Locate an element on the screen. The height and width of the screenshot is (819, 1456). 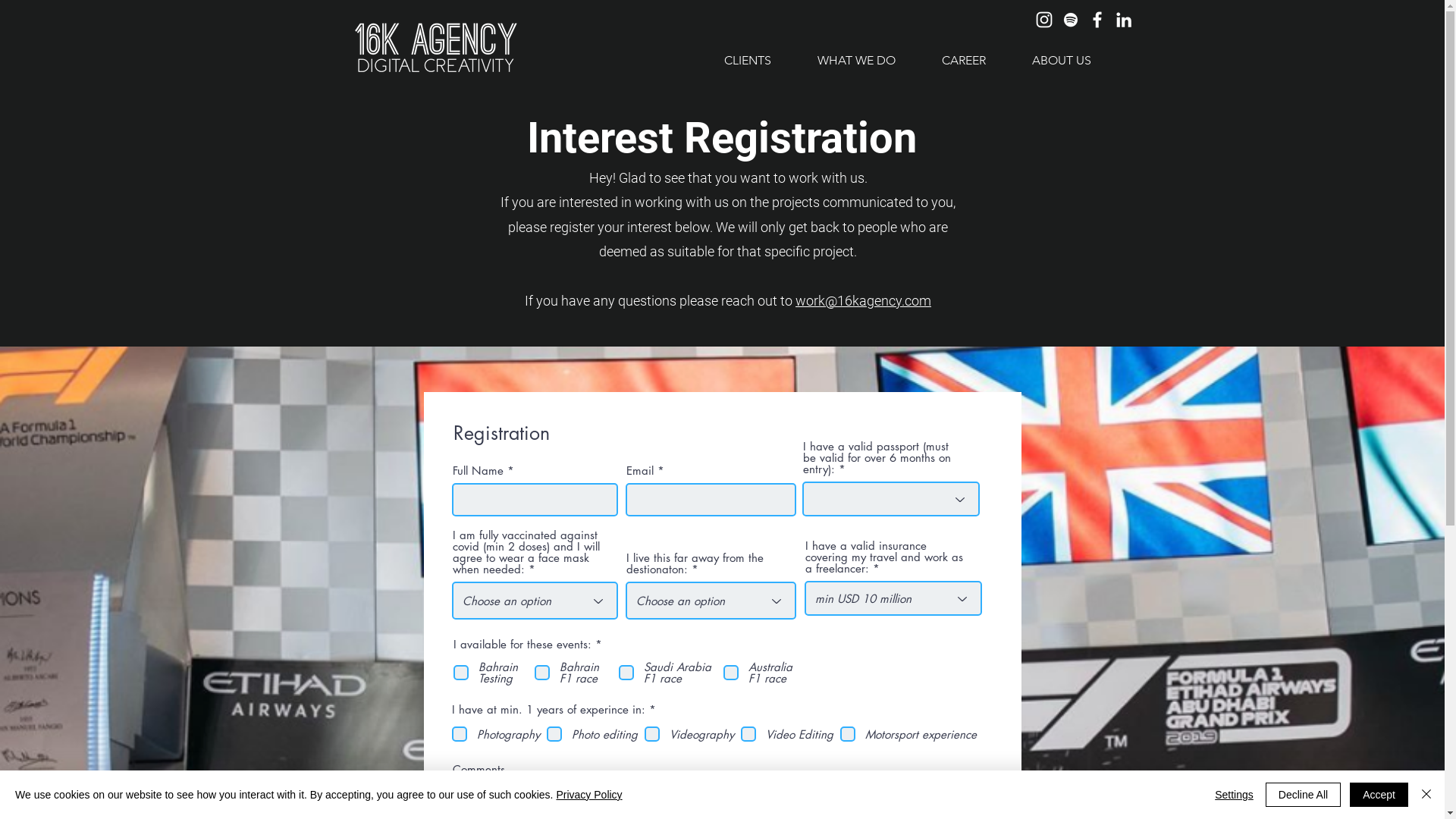
'CAREER' is located at coordinates (962, 59).